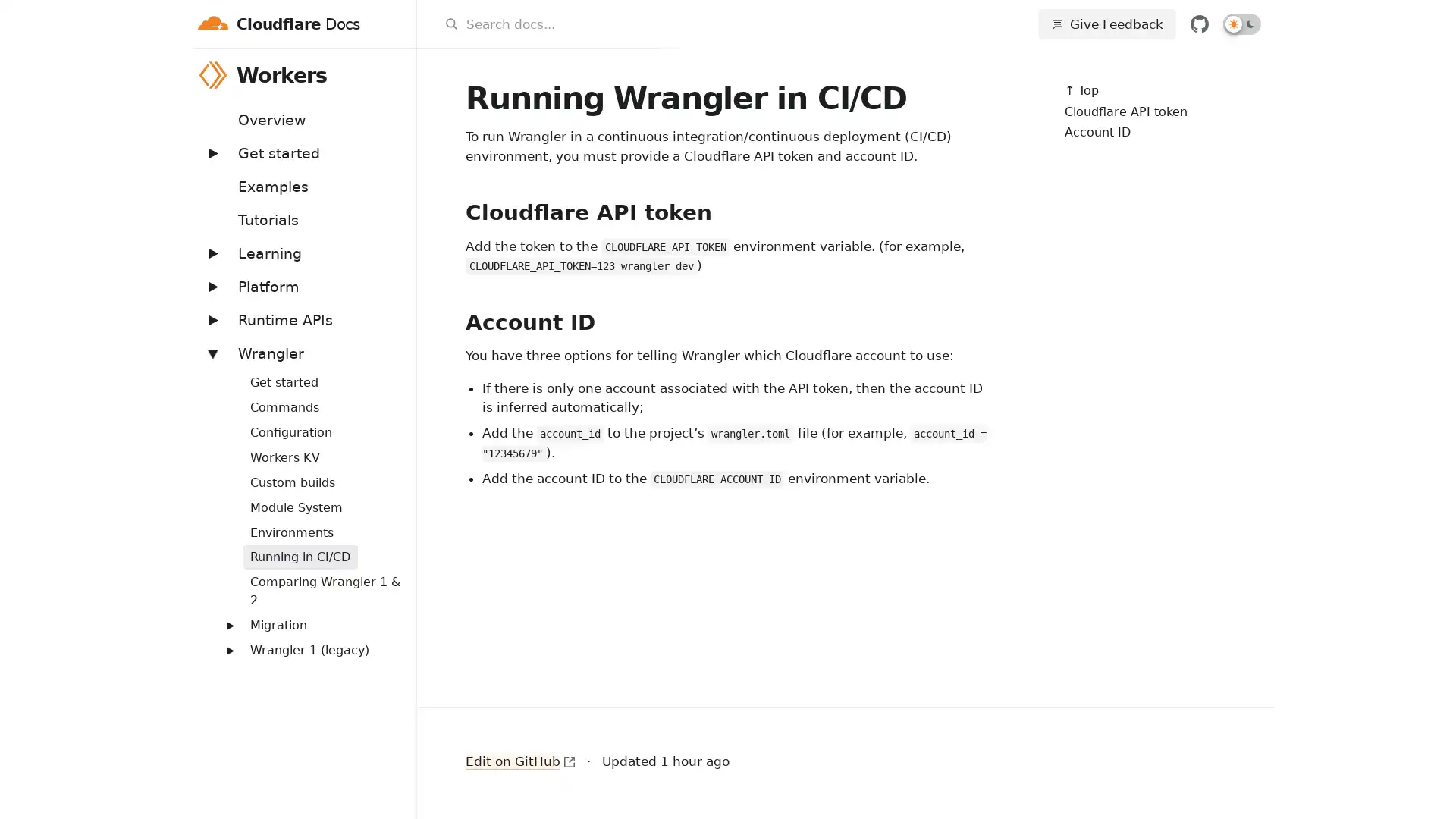  What do you see at coordinates (228, 648) in the screenshot?
I see `Expand: Wrangler 1 (legacy)` at bounding box center [228, 648].